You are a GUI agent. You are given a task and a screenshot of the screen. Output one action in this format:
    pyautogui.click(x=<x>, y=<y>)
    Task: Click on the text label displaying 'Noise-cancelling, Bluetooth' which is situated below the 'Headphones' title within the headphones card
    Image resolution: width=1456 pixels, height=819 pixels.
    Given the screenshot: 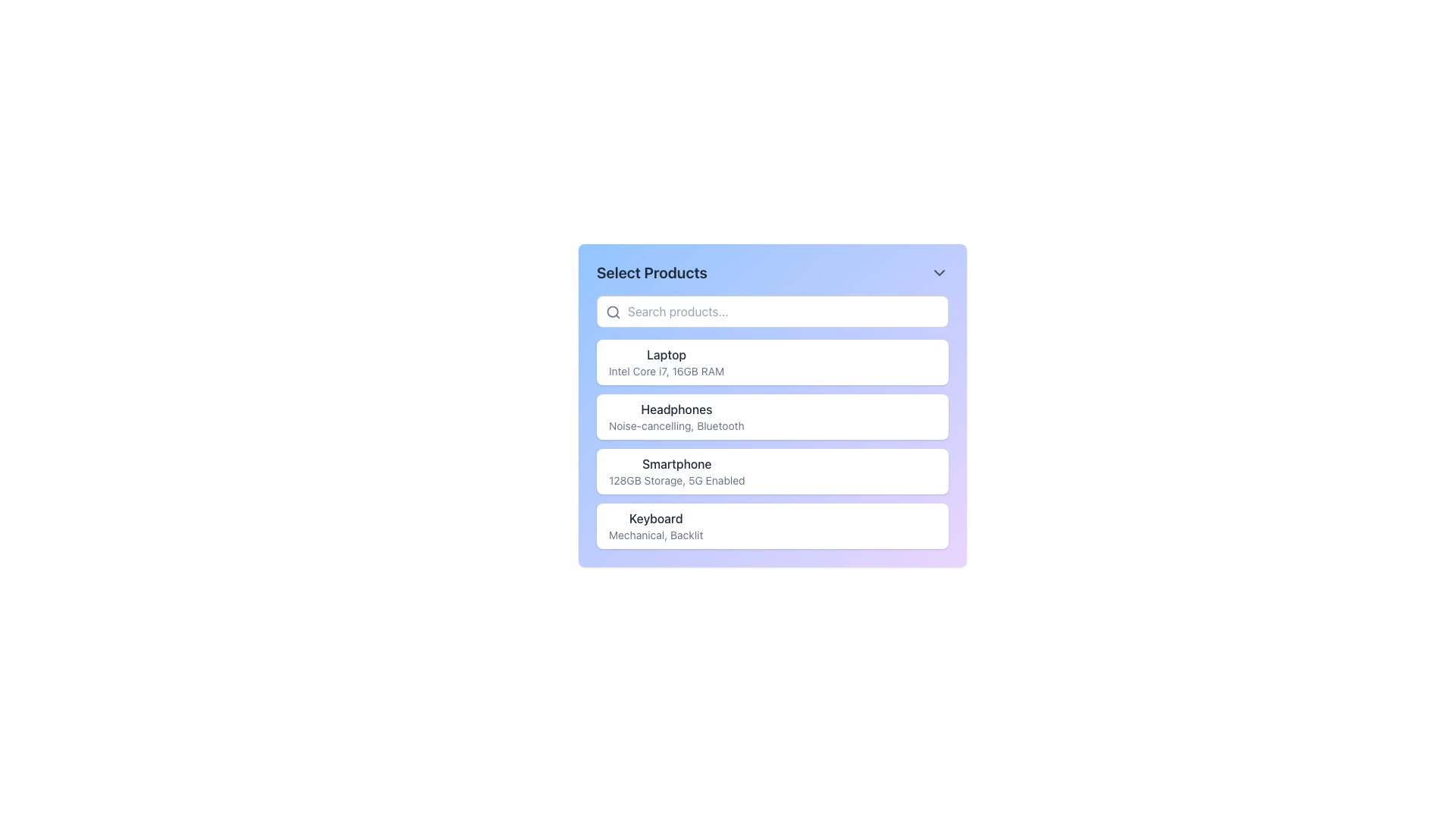 What is the action you would take?
    pyautogui.click(x=676, y=426)
    